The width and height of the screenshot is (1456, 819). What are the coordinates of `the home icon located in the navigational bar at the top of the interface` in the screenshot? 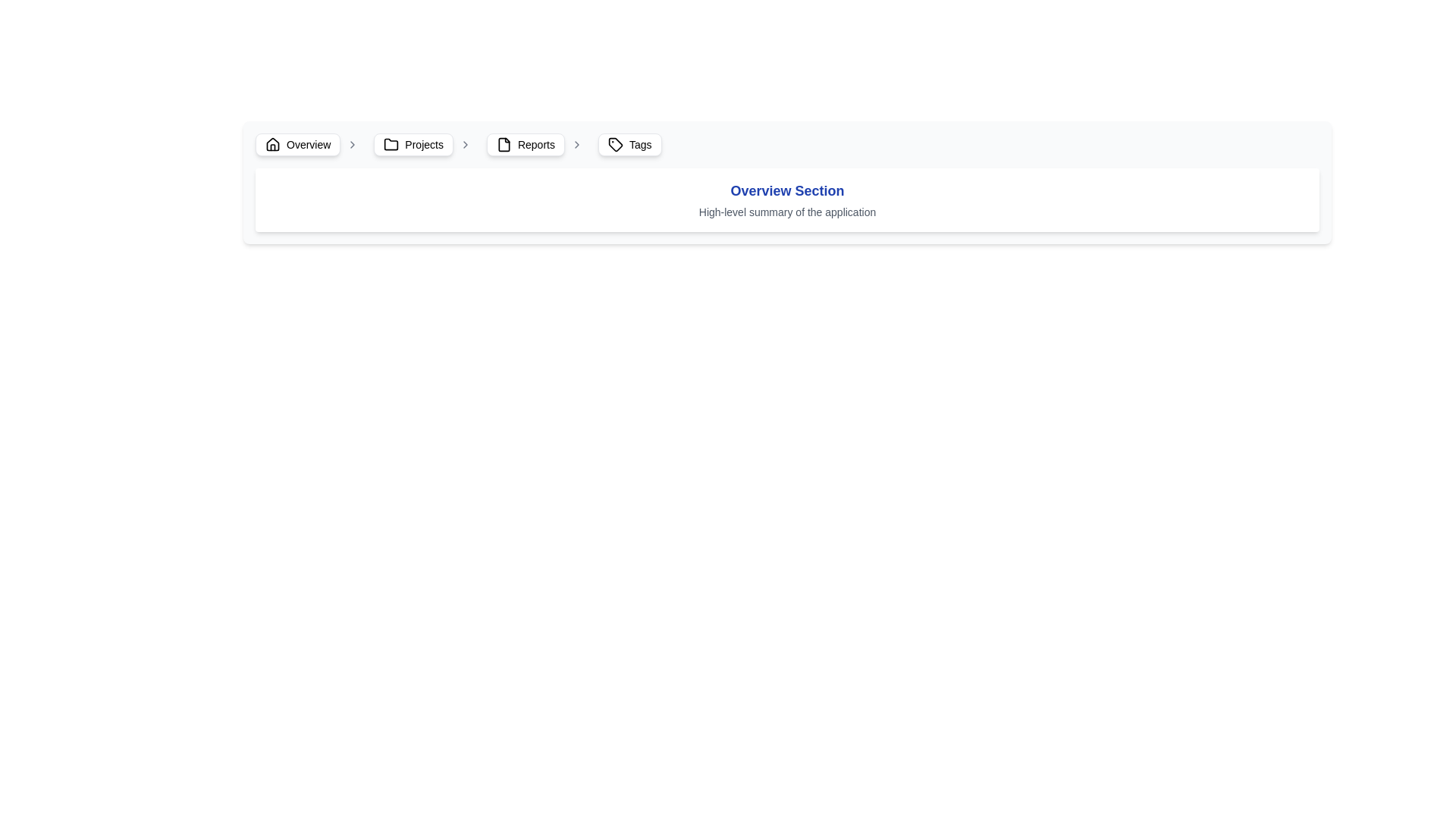 It's located at (273, 145).